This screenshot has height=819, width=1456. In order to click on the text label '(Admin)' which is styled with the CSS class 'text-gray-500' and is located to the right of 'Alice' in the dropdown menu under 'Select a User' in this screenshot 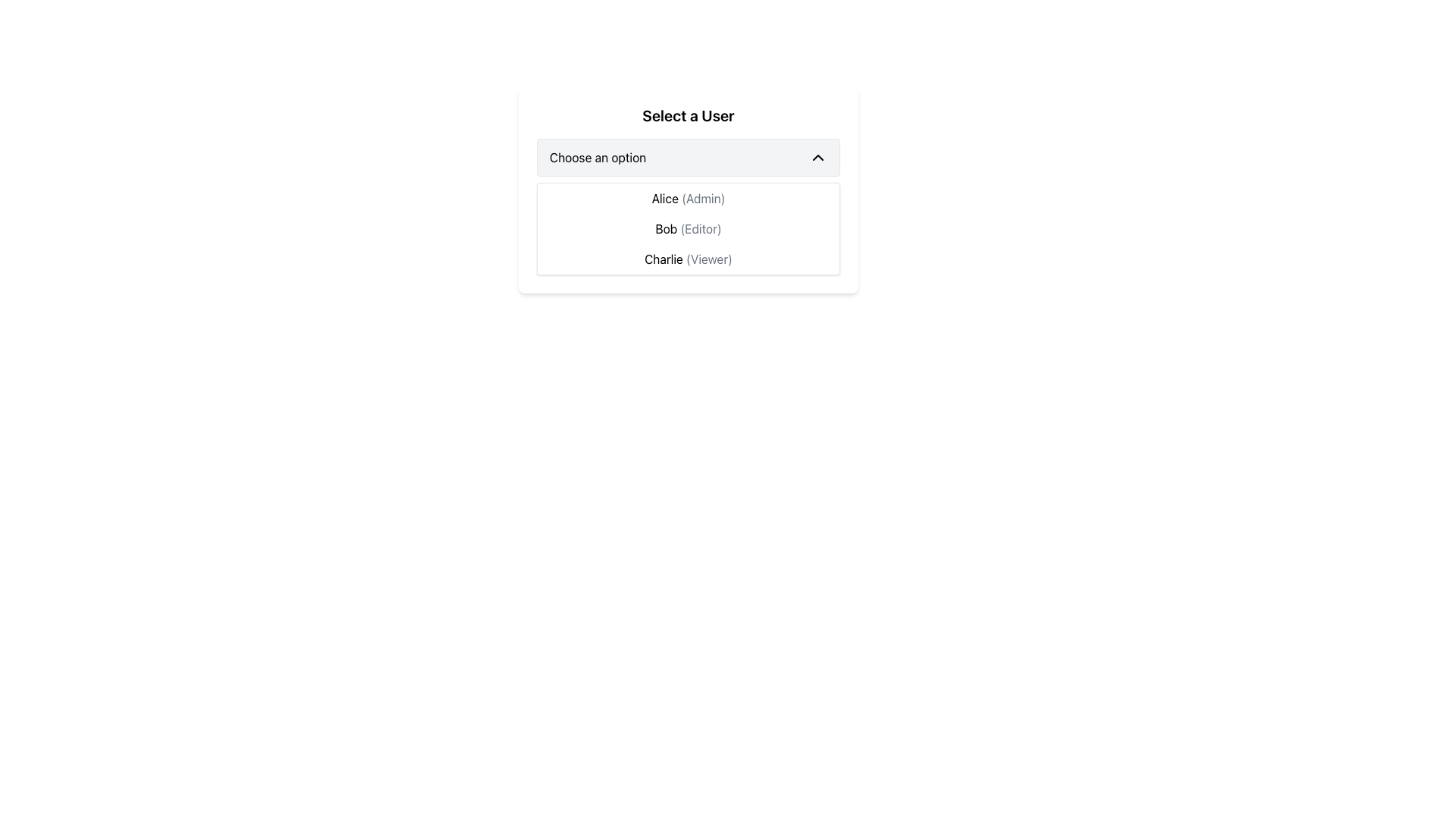, I will do `click(702, 198)`.